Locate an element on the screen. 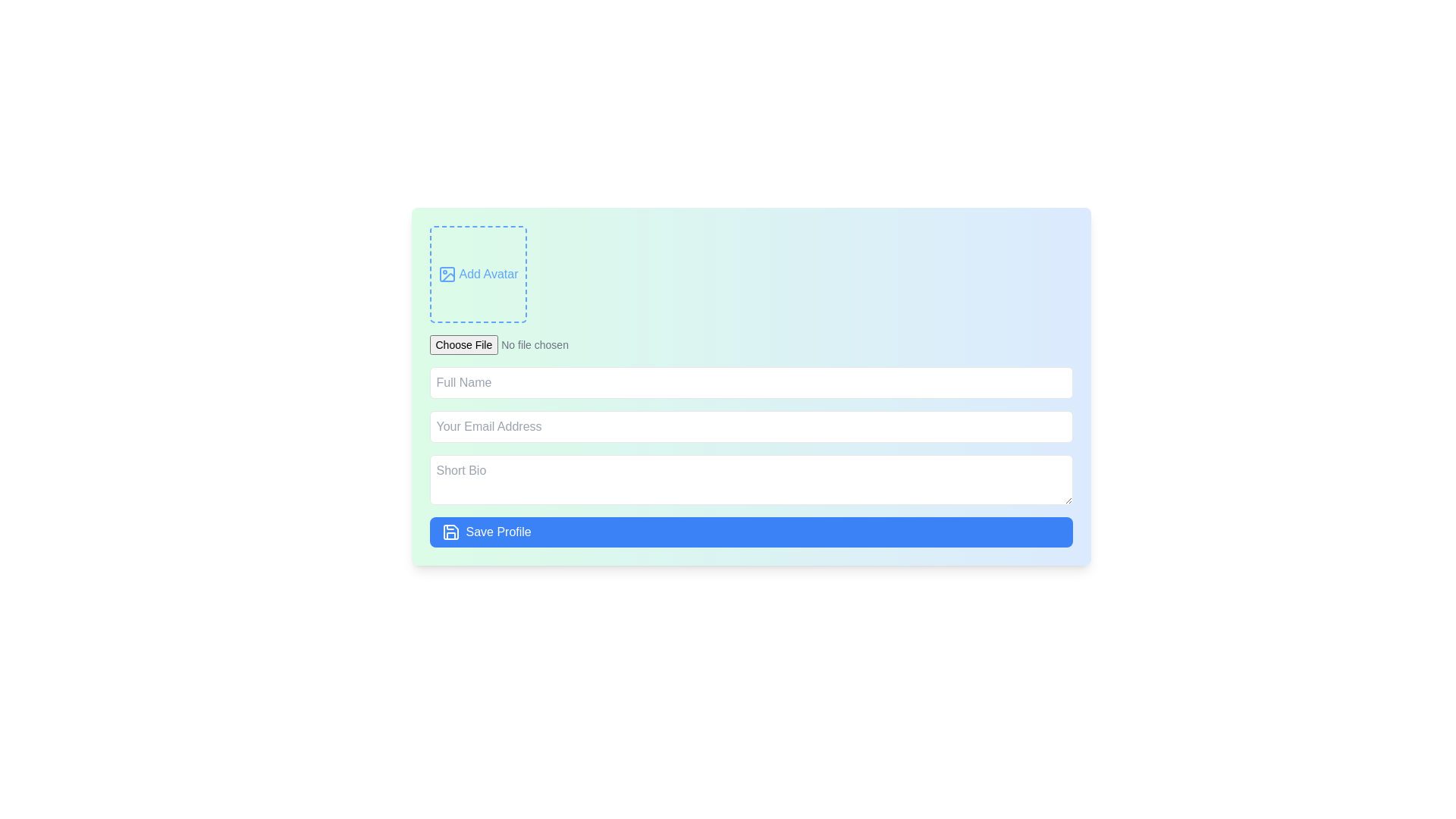  the email input field, which is the third field below the 'Add Avatar' section, positioned between the 'Full Name' field above and the 'Short Bio' field below is located at coordinates (751, 427).